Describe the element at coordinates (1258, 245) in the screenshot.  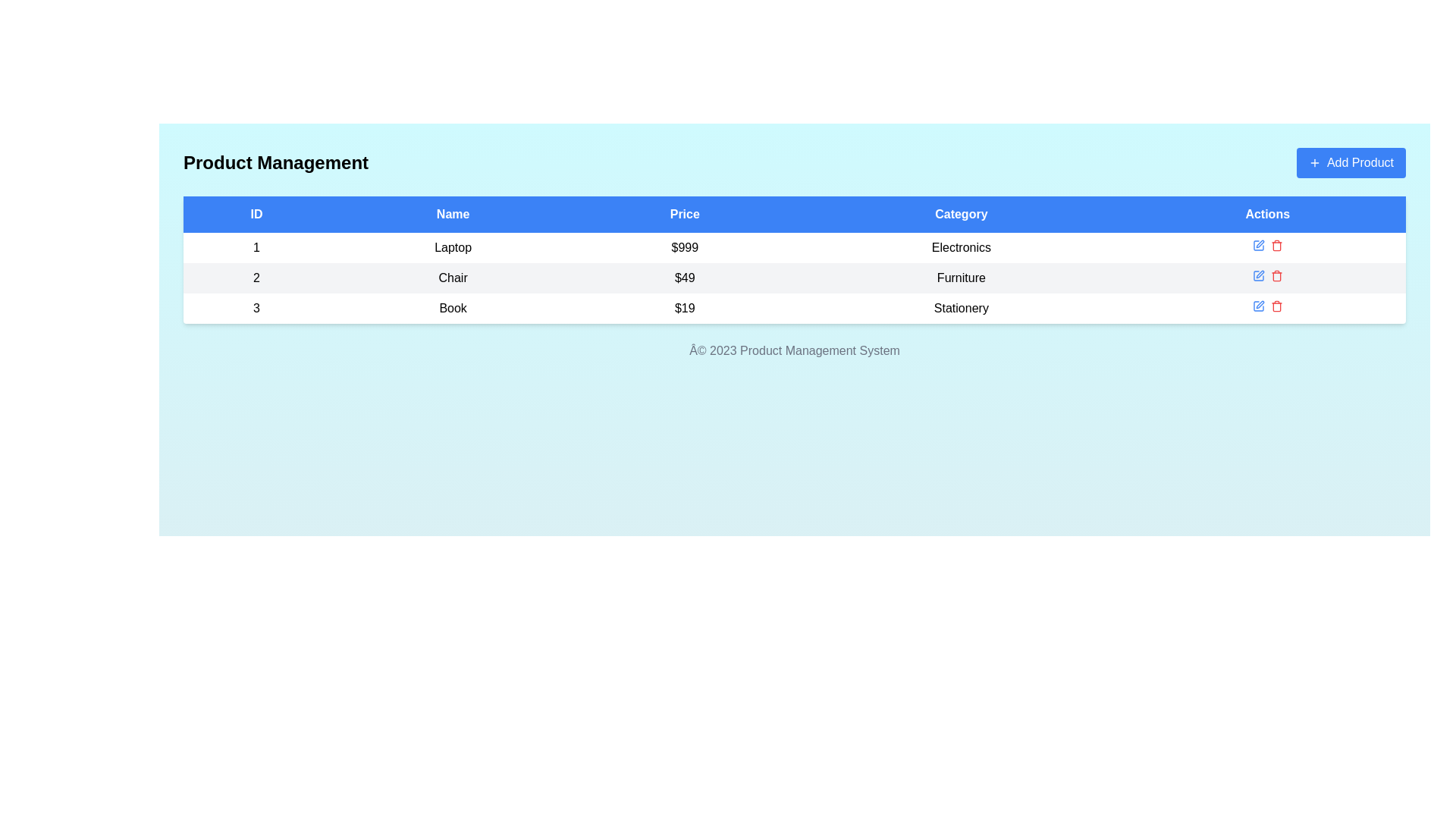
I see `the 'Edit' button located in the far-right cell of the first row of the table under the 'Actions' column to modify the corresponding row data` at that location.